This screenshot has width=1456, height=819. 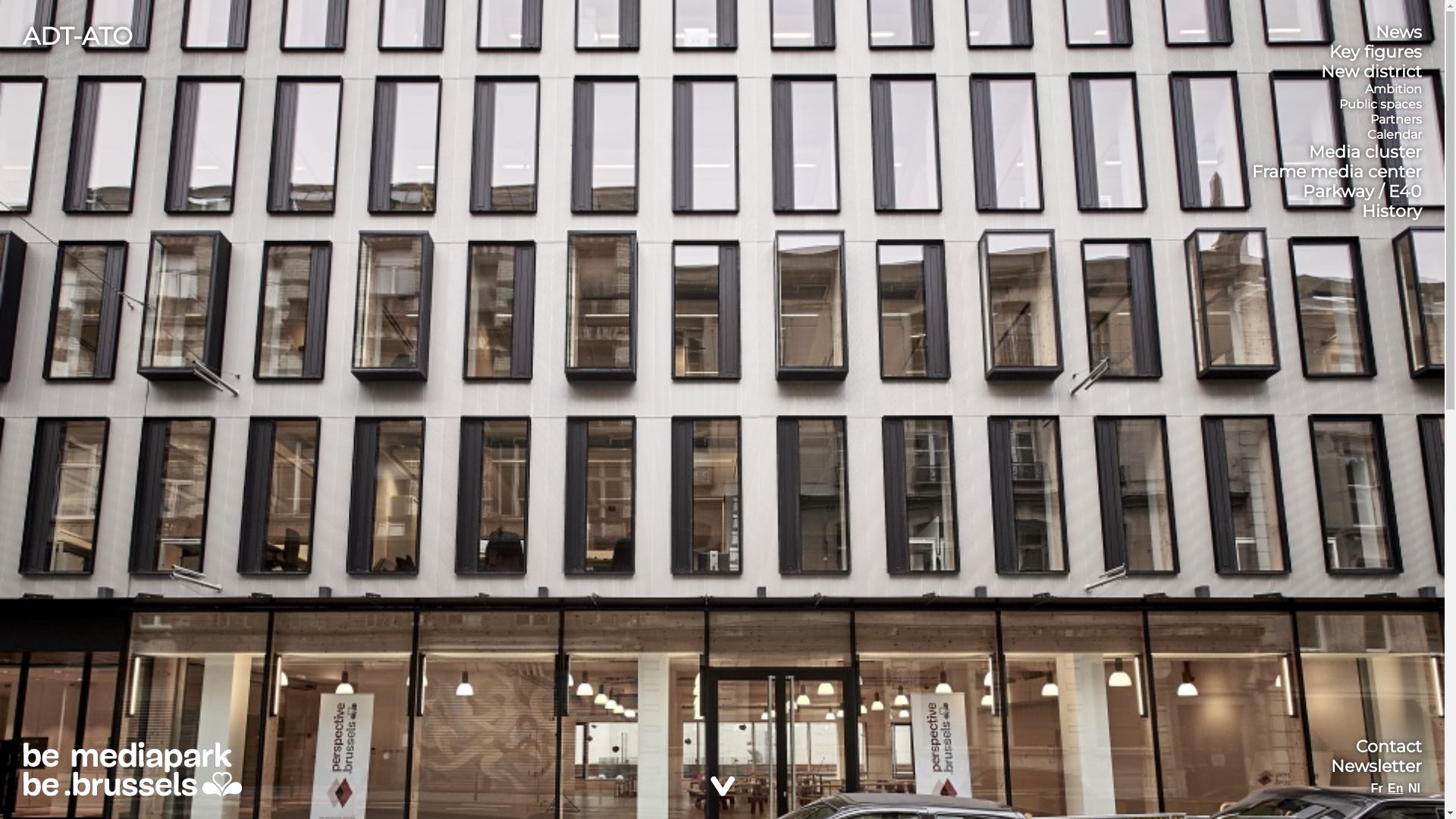 What do you see at coordinates (1302, 191) in the screenshot?
I see `'Parkway / E40'` at bounding box center [1302, 191].